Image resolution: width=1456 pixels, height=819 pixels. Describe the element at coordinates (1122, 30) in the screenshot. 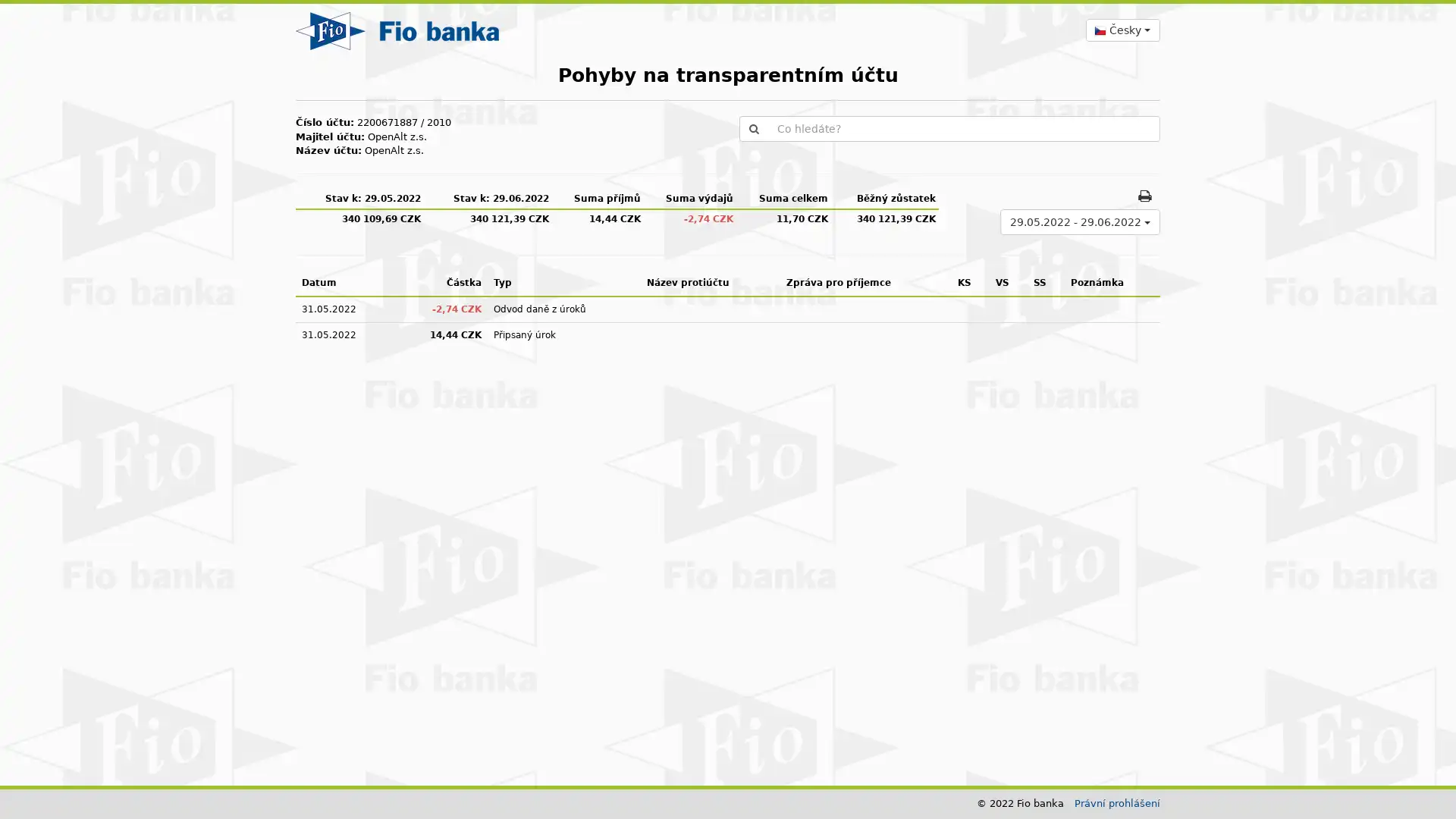

I see `Cesky` at that location.